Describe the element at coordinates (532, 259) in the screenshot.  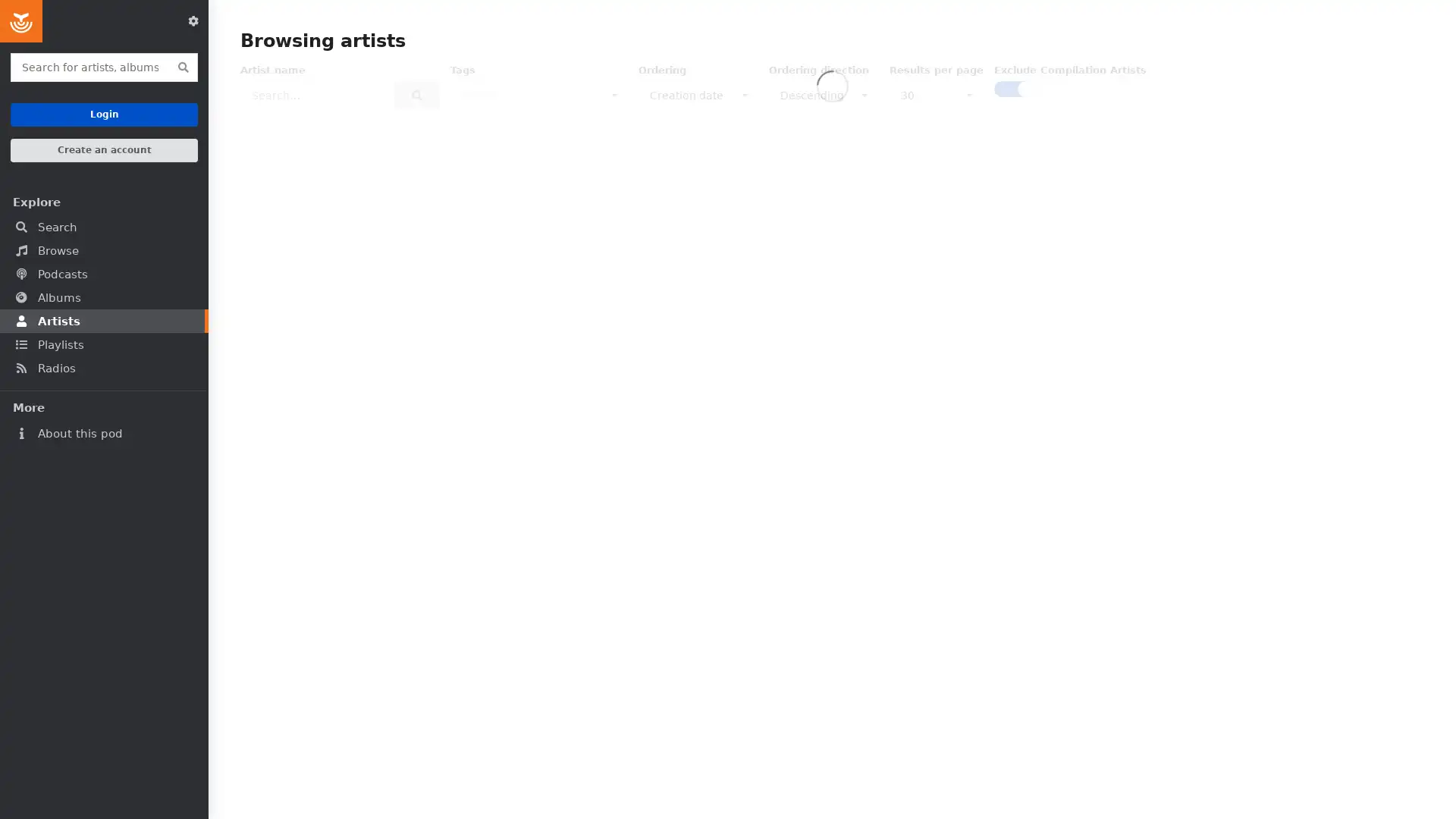
I see `Play artist` at that location.